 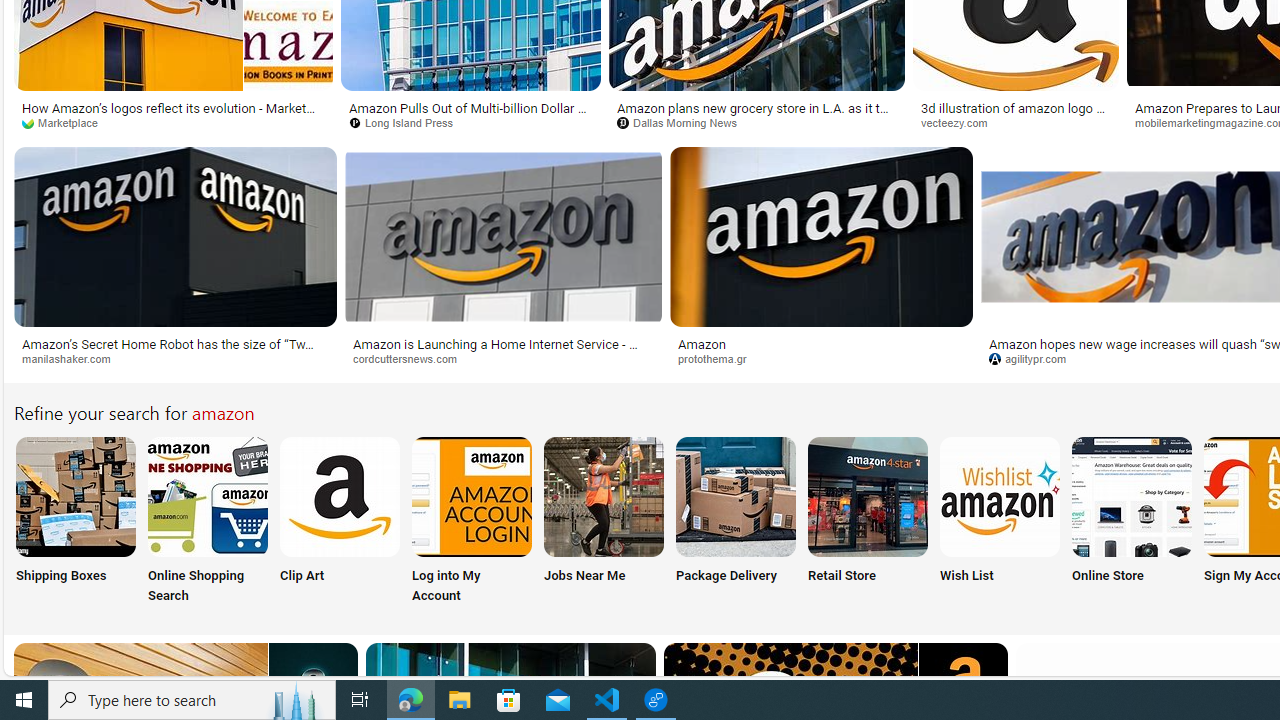 I want to click on 'Amazon Online Shopping Search', so click(x=208, y=495).